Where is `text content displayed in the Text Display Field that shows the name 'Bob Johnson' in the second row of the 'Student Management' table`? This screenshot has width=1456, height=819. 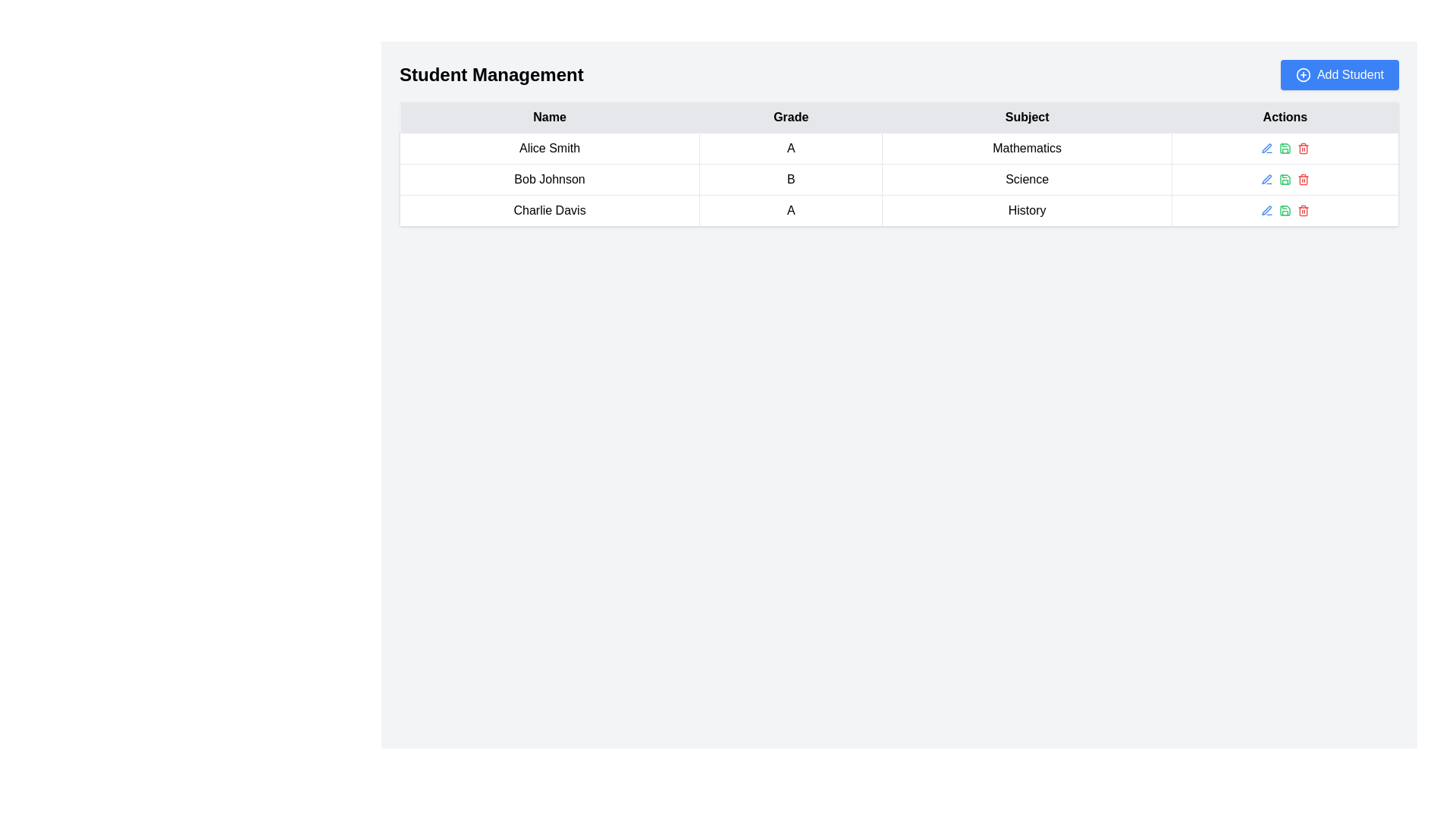
text content displayed in the Text Display Field that shows the name 'Bob Johnson' in the second row of the 'Student Management' table is located at coordinates (548, 178).